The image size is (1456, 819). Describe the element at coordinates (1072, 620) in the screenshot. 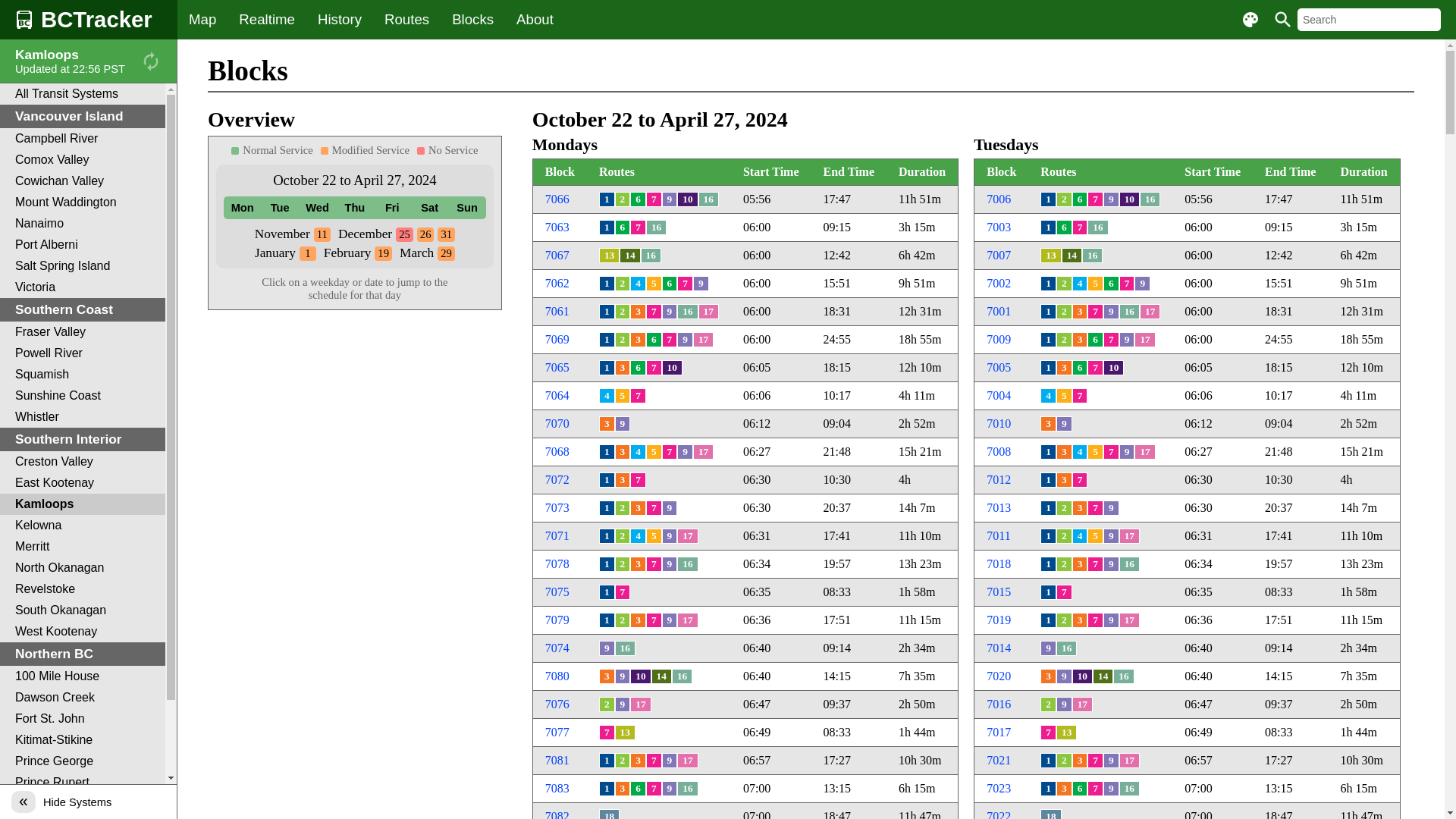

I see `'3'` at that location.